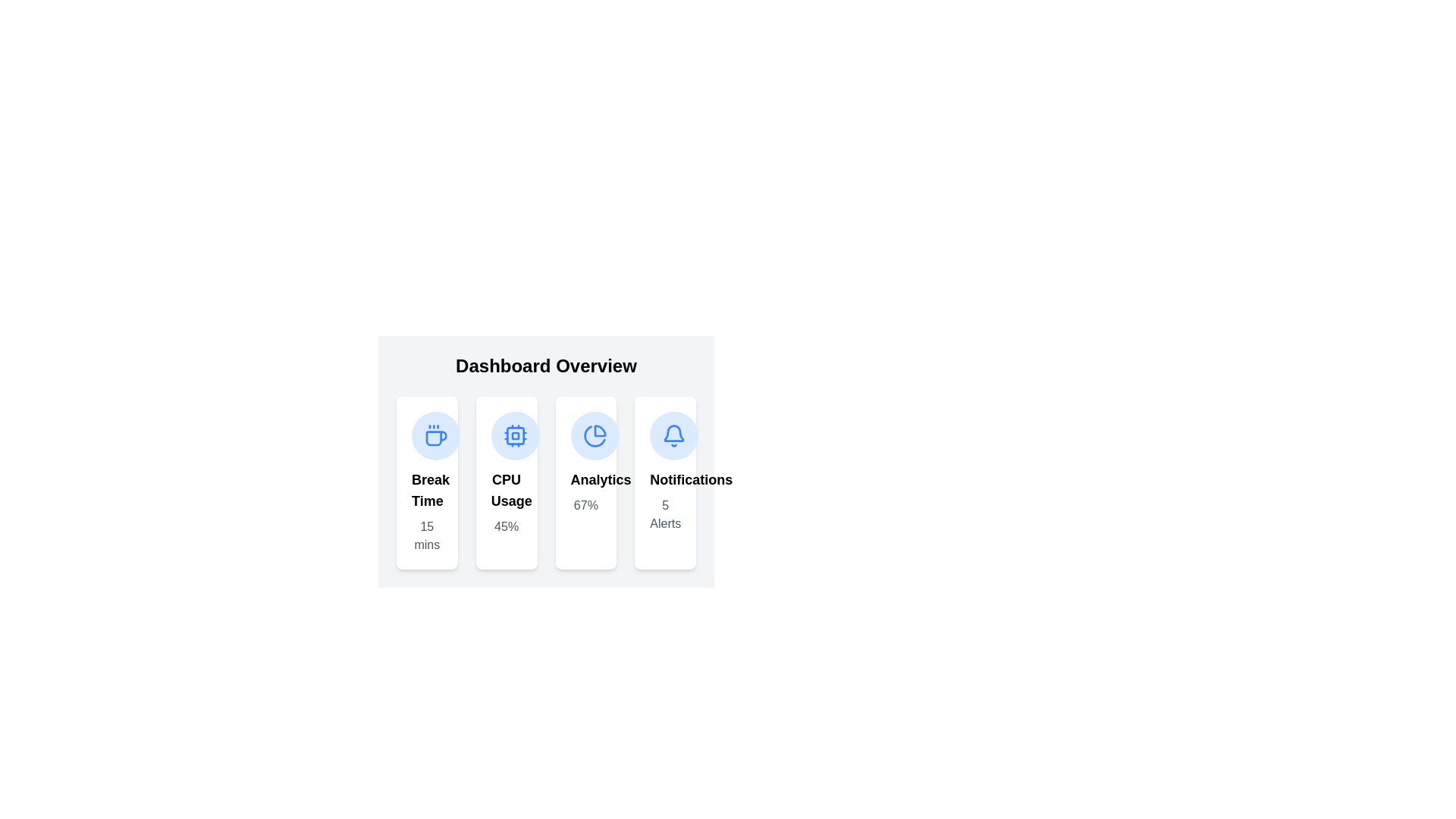 Image resolution: width=1456 pixels, height=819 pixels. I want to click on text label indicating the duration associated with the 'Break Time' section, located below the 'Break Time' label within the first card in the dashboard, so click(426, 535).